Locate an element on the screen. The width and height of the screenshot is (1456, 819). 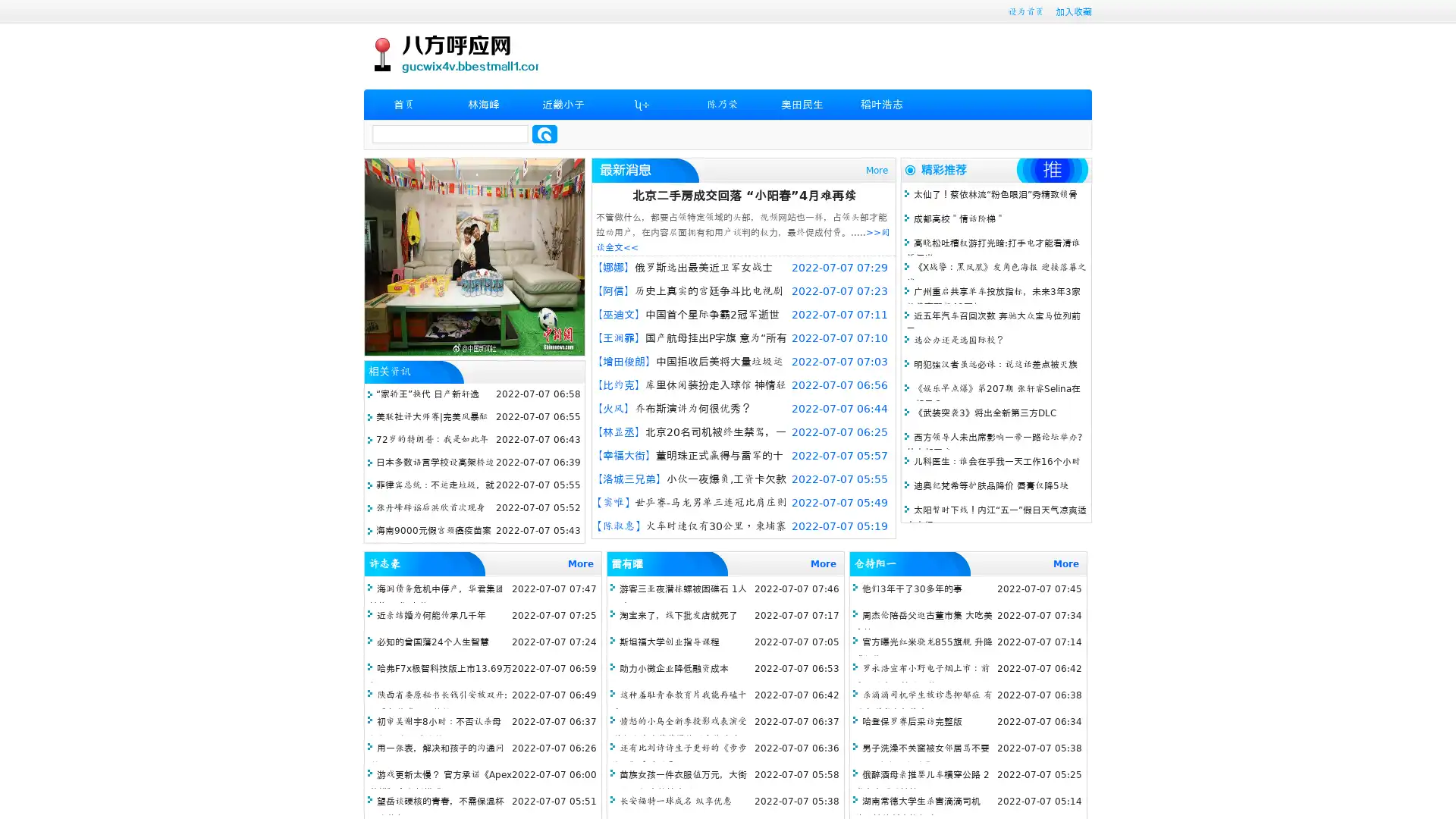
Search is located at coordinates (544, 133).